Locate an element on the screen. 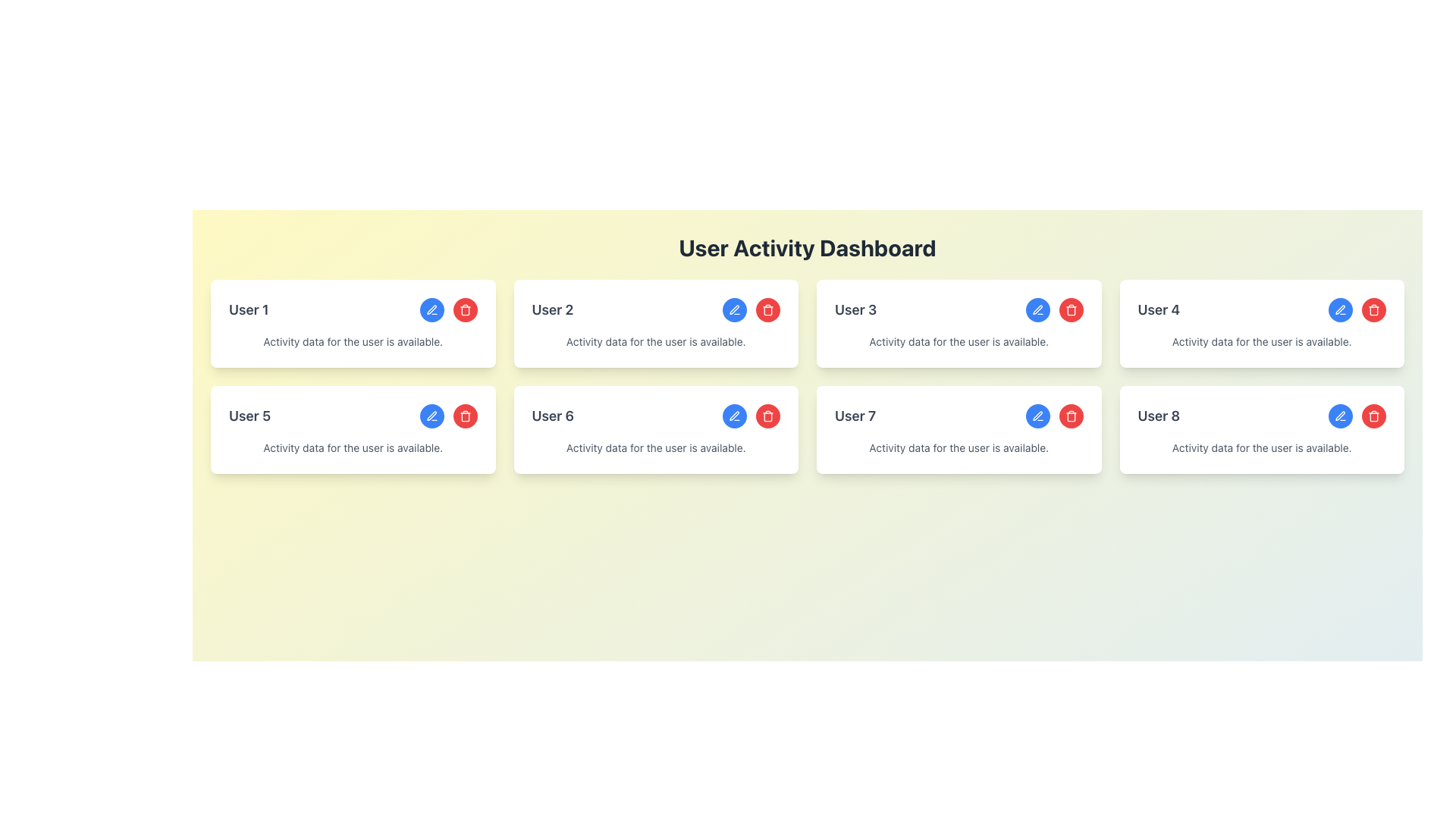 This screenshot has width=1456, height=819. the first button in the group located at the top-right corner of the user information card associated with 'User 7' is located at coordinates (1037, 416).